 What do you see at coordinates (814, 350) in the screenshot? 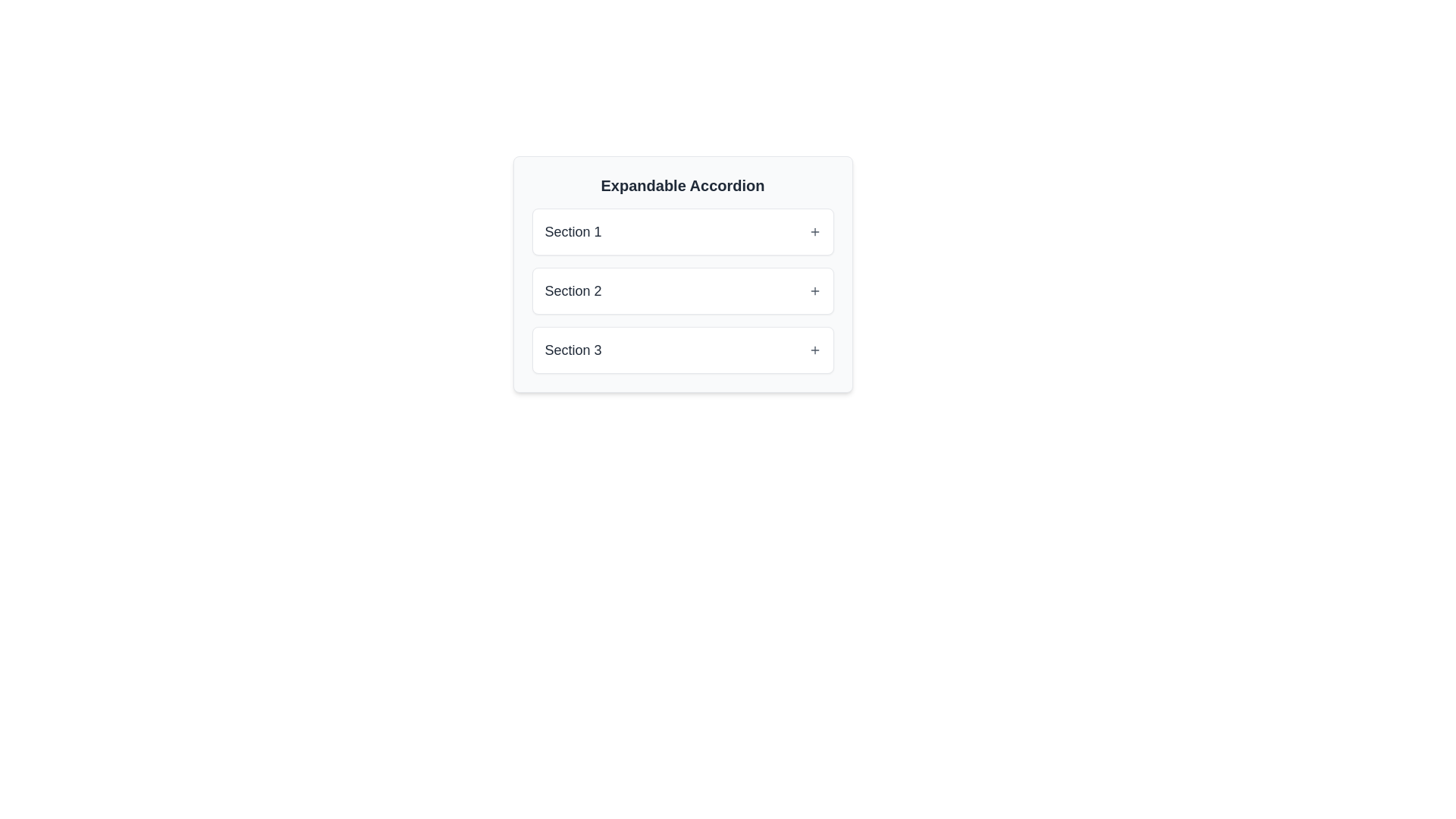
I see `the gray interactive button featuring a '+' symbol` at bounding box center [814, 350].